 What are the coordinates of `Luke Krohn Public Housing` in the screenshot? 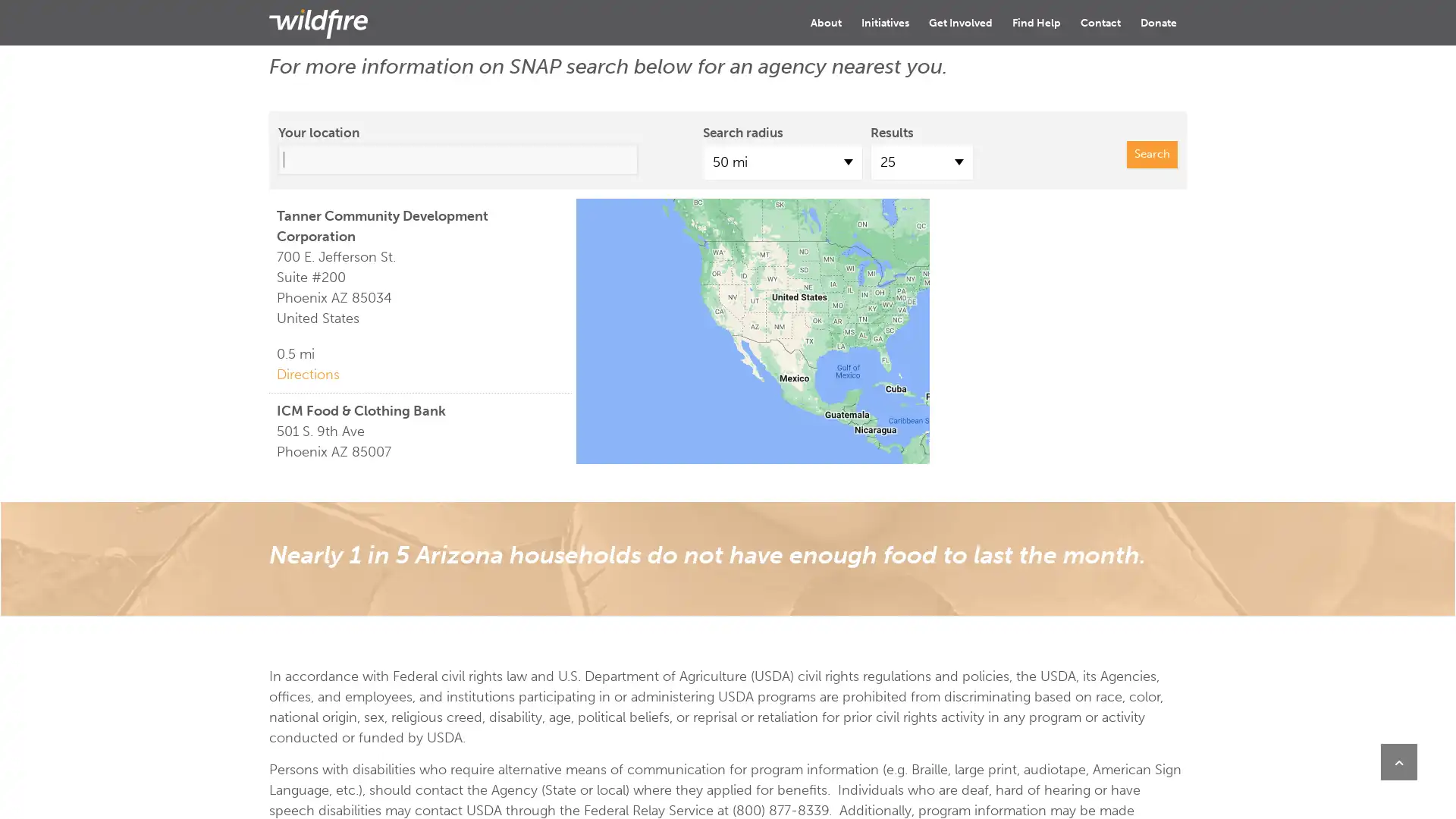 It's located at (892, 315).